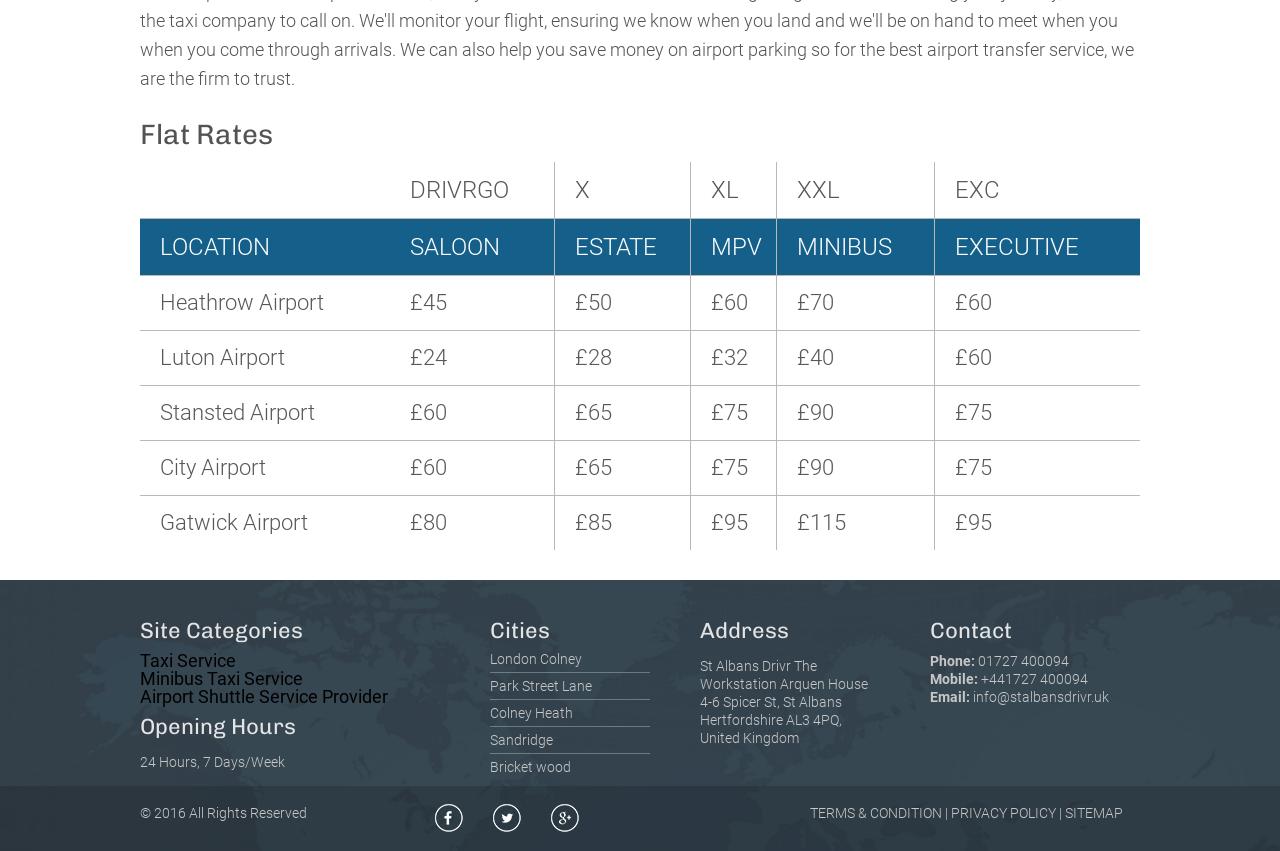  What do you see at coordinates (521, 739) in the screenshot?
I see `'Sandridge'` at bounding box center [521, 739].